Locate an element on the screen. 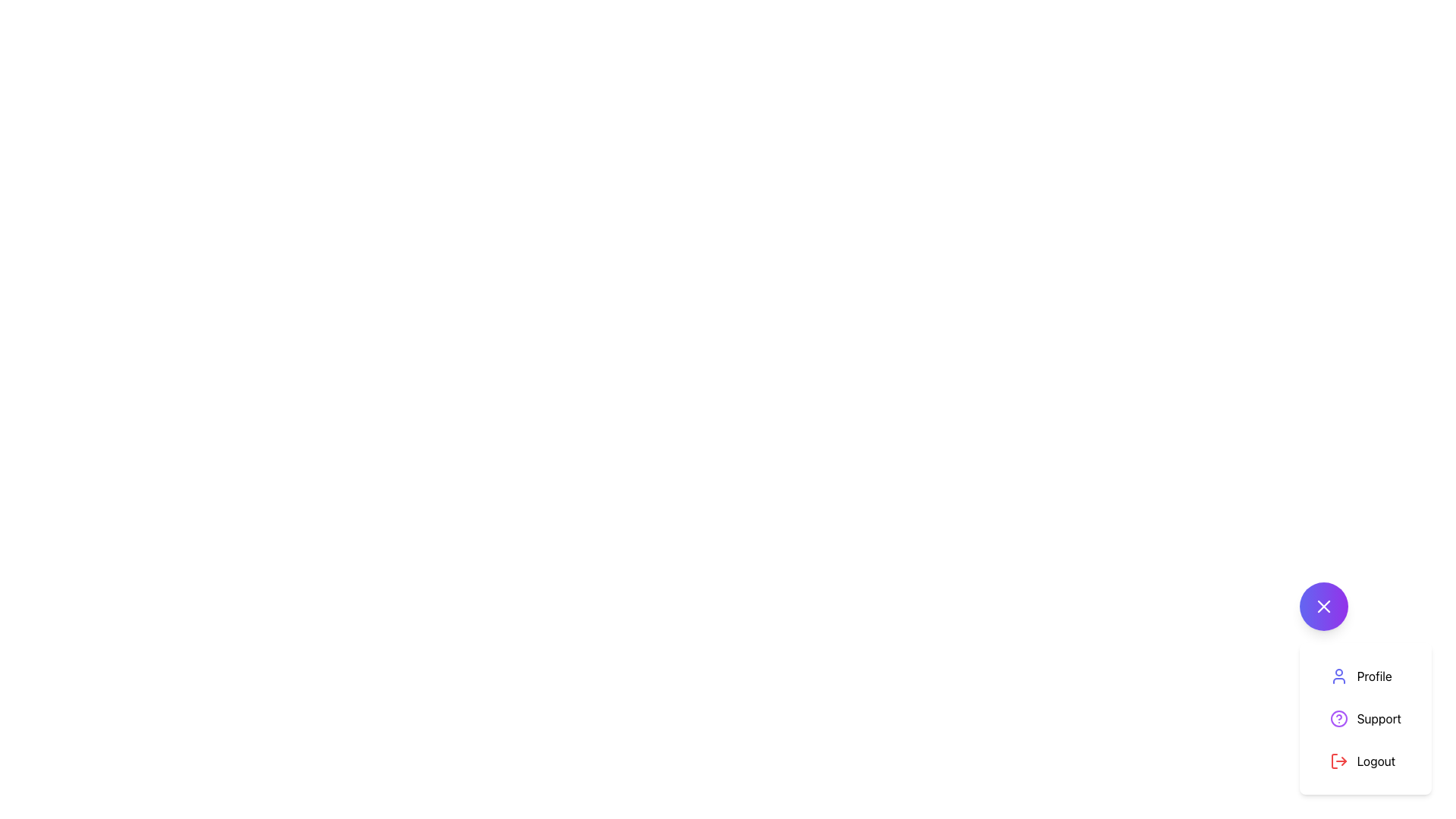 This screenshot has width=1456, height=819. the 'Profile' icon, which is the leftmost icon in the menu representing user profile features, located above the 'Support' item is located at coordinates (1338, 675).